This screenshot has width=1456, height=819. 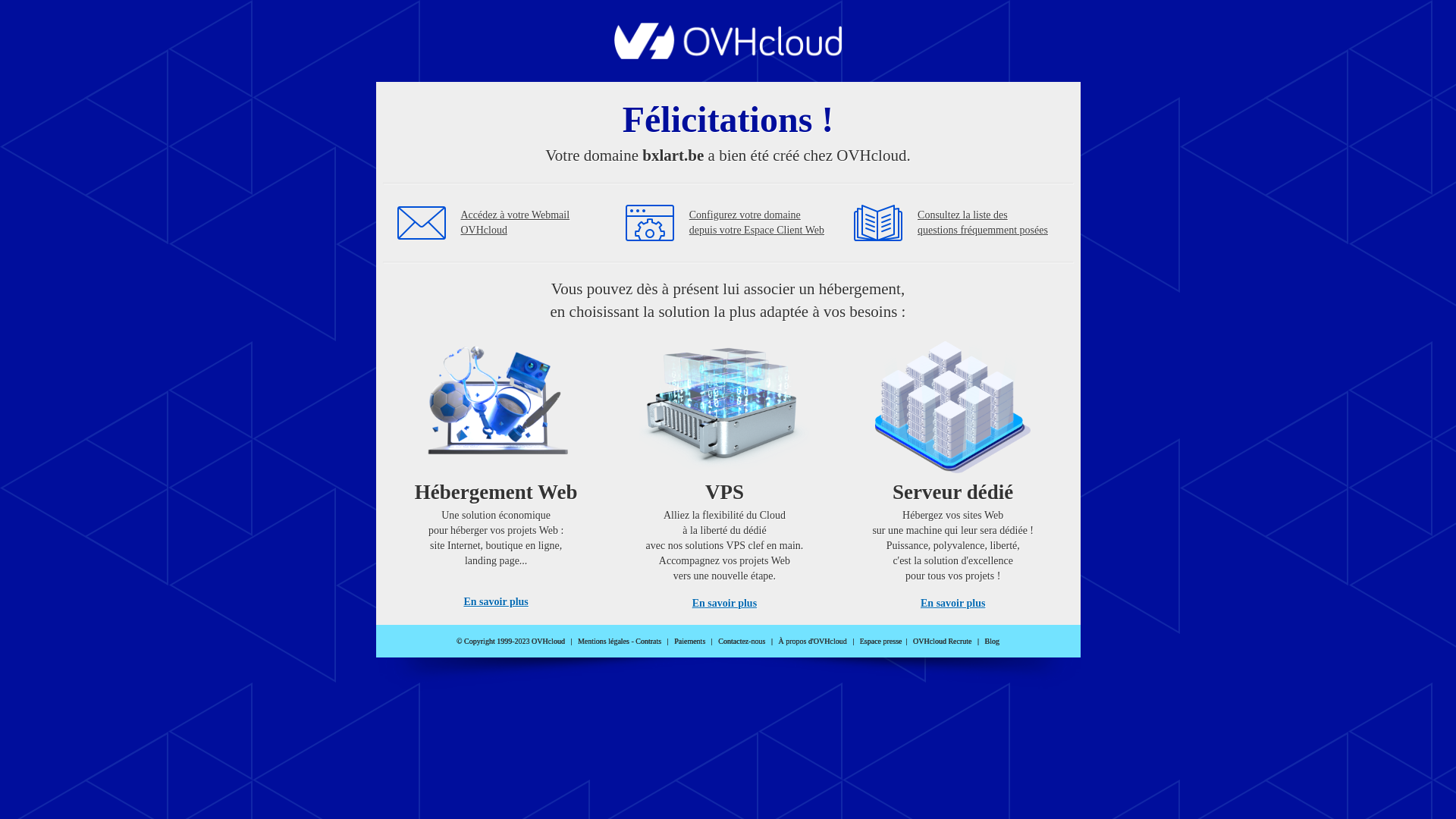 I want to click on 'Configurez votre domaine, so click(x=757, y=222).